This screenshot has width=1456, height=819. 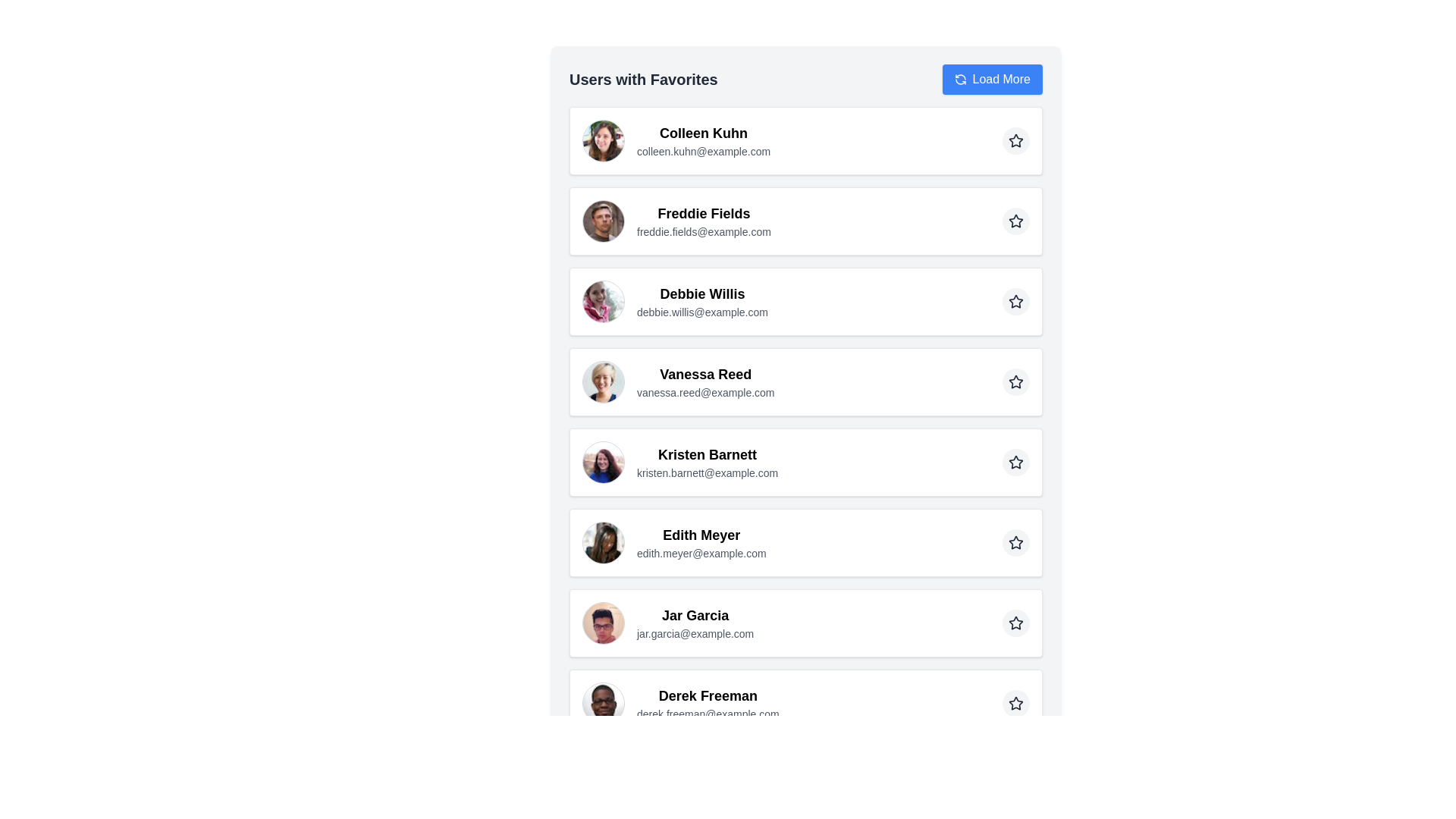 What do you see at coordinates (1015, 221) in the screenshot?
I see `the star icon button next to 'Freddie Fields'` at bounding box center [1015, 221].